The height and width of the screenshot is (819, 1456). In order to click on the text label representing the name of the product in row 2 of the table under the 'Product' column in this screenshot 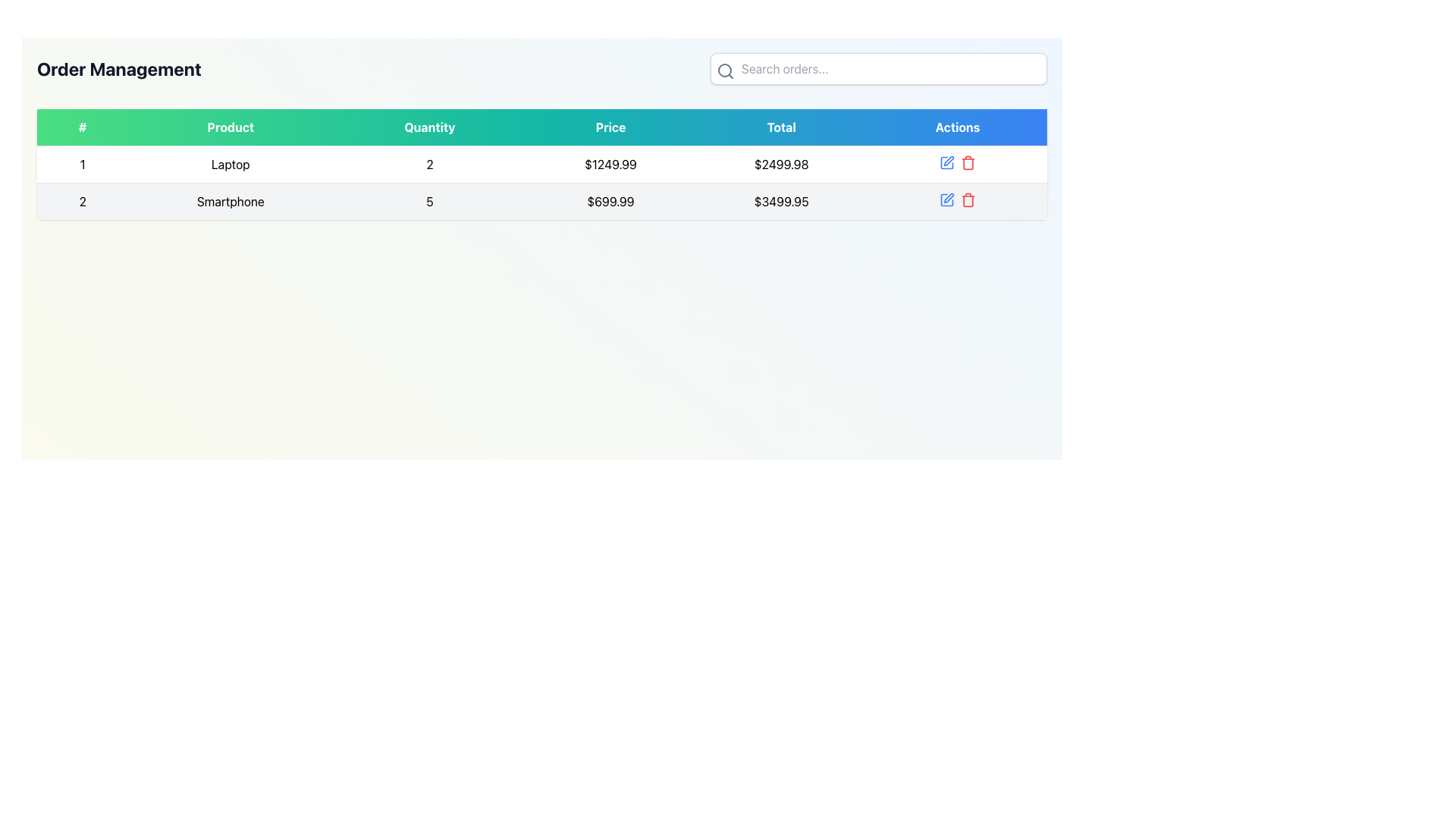, I will do `click(230, 200)`.